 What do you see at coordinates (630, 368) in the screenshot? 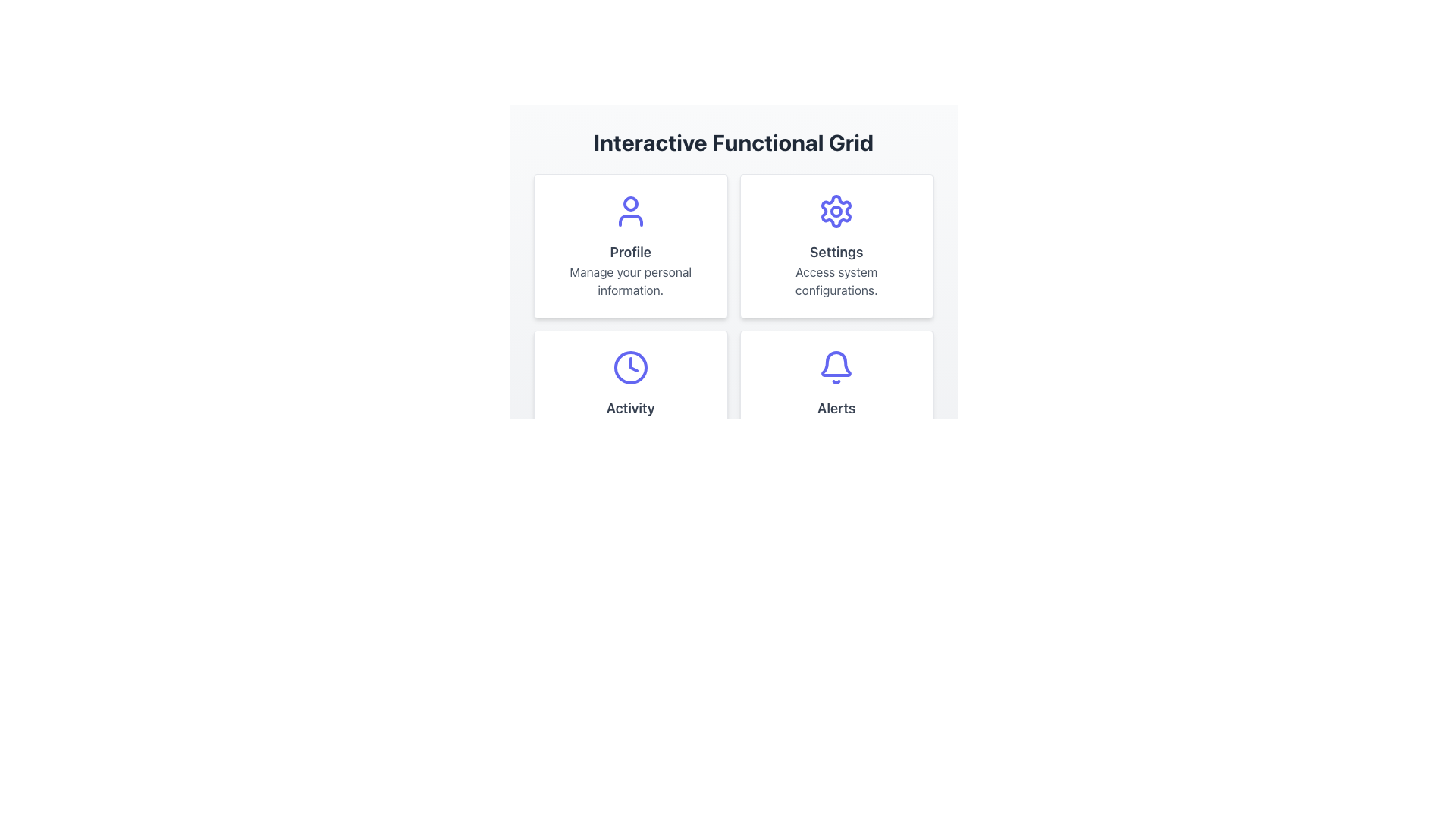
I see `the circle component within the clock icon located in the lower-left rectangular card labeled 'Activity' in the grid layout` at bounding box center [630, 368].